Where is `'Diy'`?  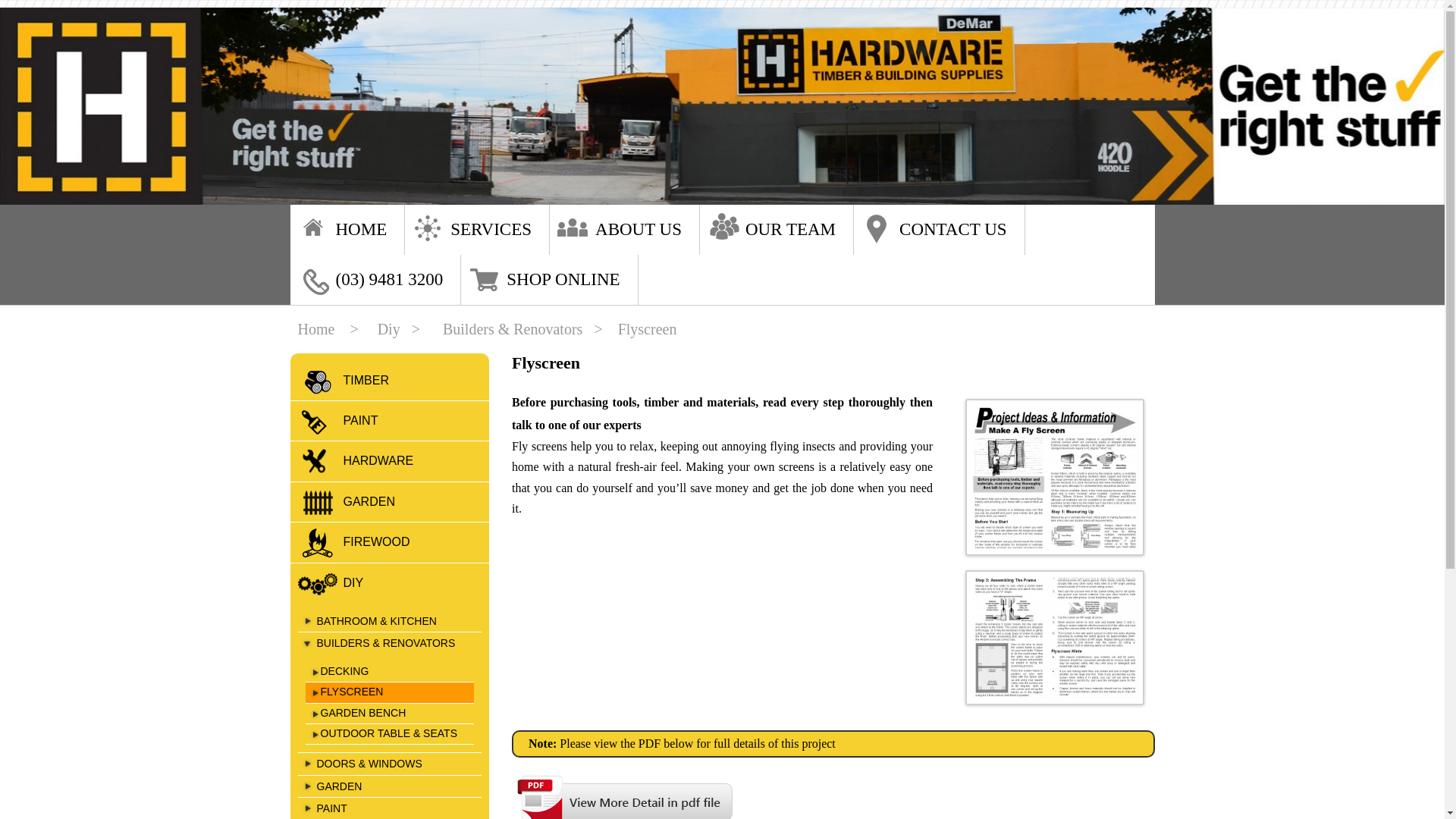 'Diy' is located at coordinates (389, 328).